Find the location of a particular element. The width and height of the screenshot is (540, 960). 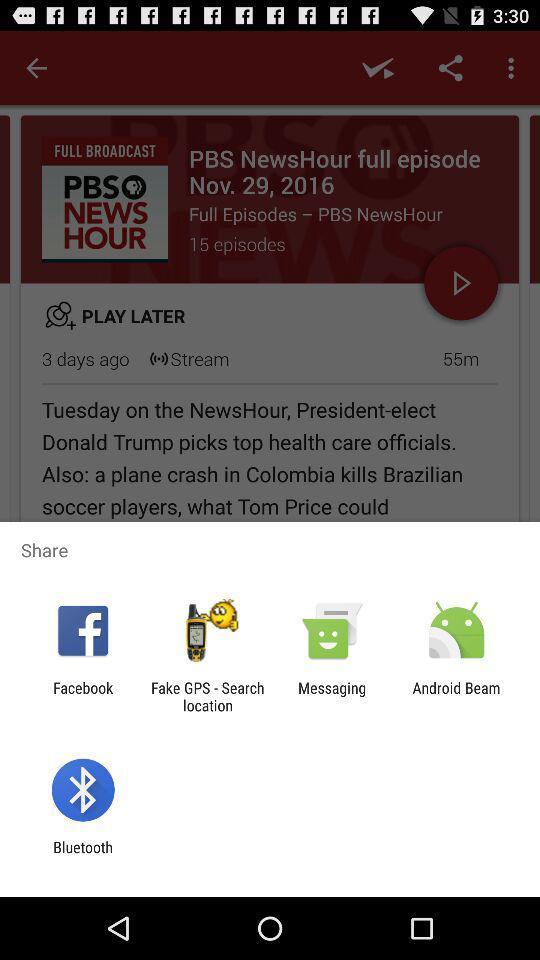

the icon next to fake gps search icon is located at coordinates (82, 696).